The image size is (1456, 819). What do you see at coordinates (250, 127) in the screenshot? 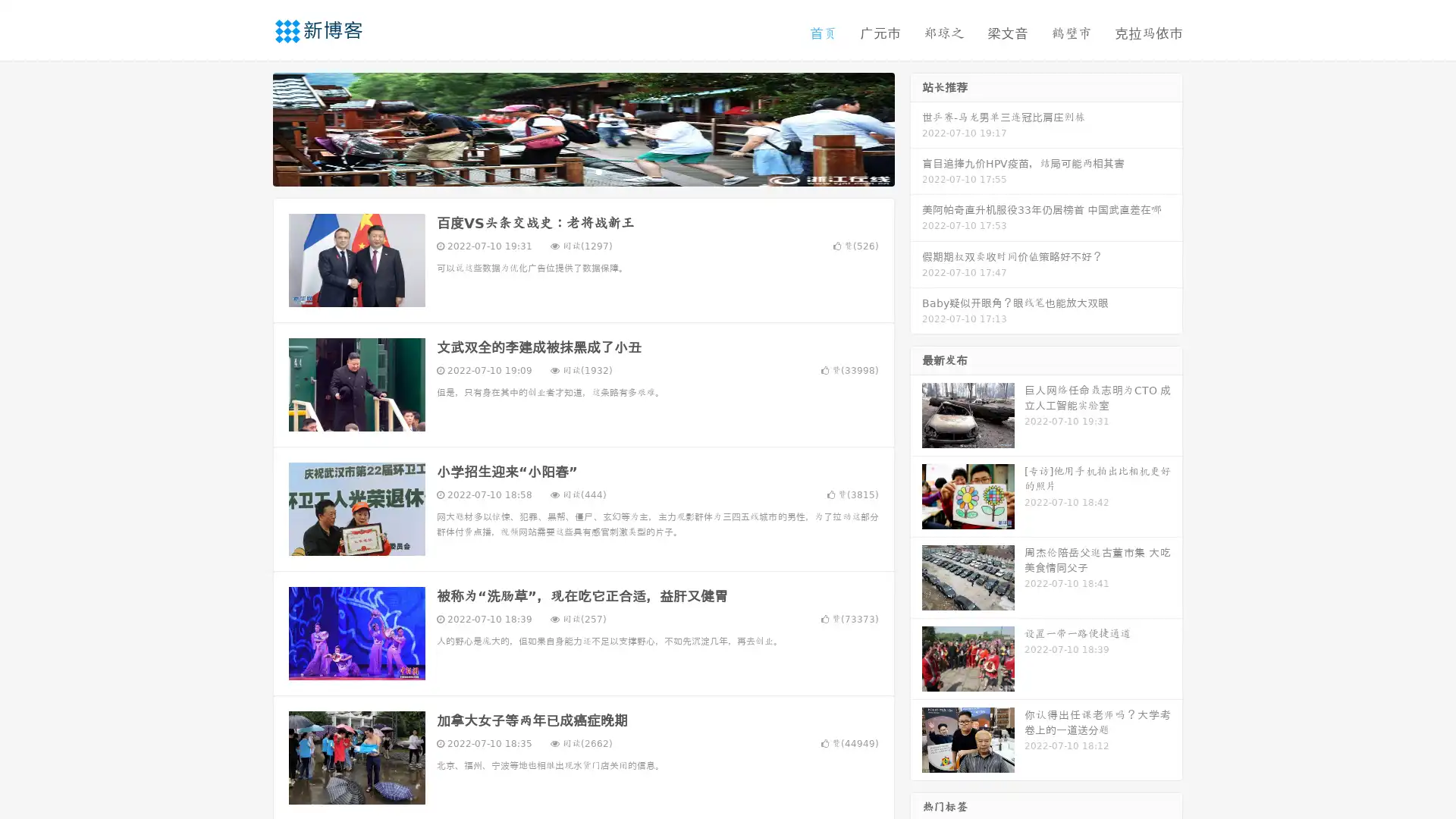
I see `Previous slide` at bounding box center [250, 127].